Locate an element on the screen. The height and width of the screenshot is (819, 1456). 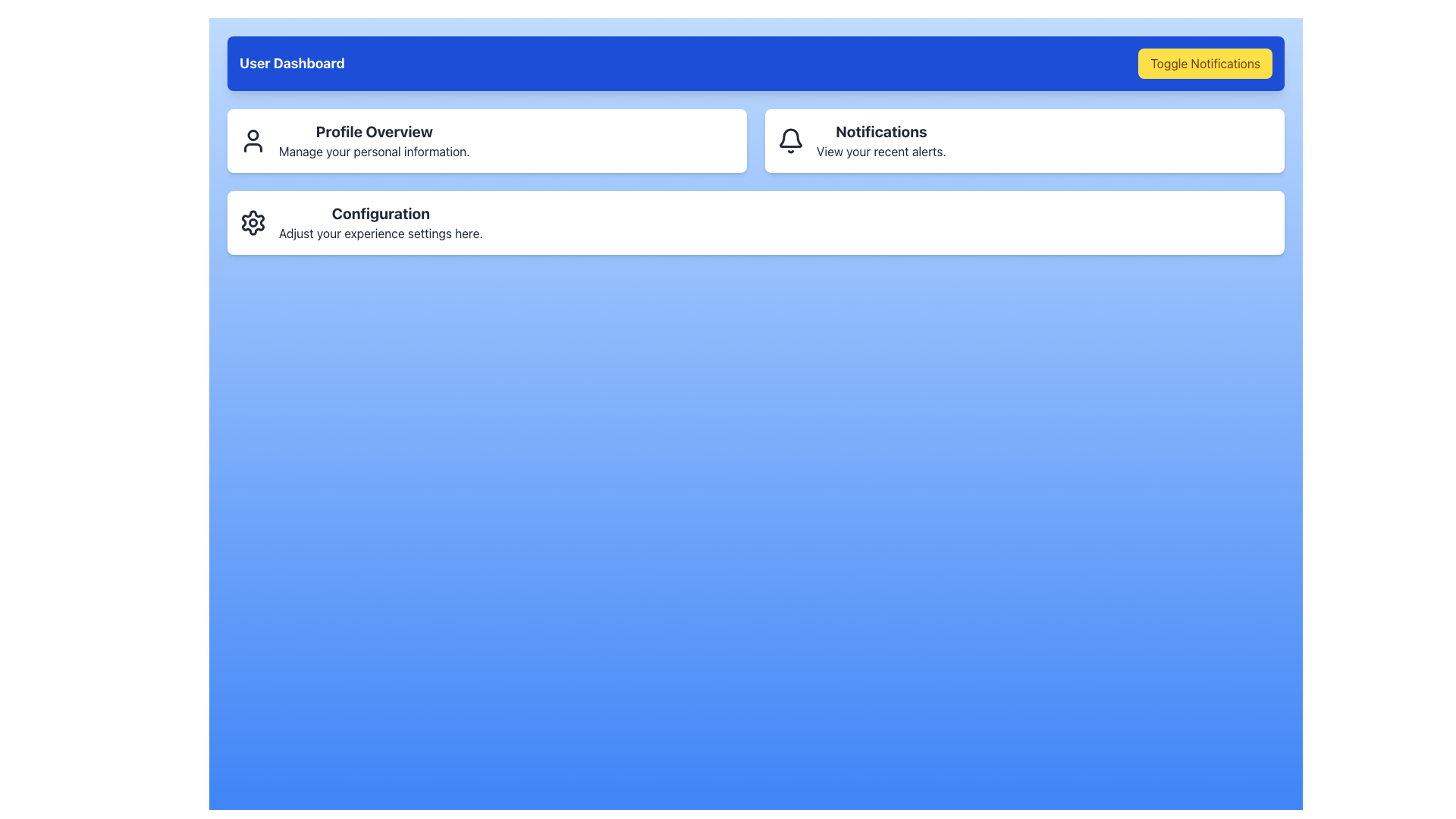
the intricate gear or settings icon located in the 'Configuration' section to the left of the text 'Adjust your experience settings here.' is located at coordinates (253, 222).